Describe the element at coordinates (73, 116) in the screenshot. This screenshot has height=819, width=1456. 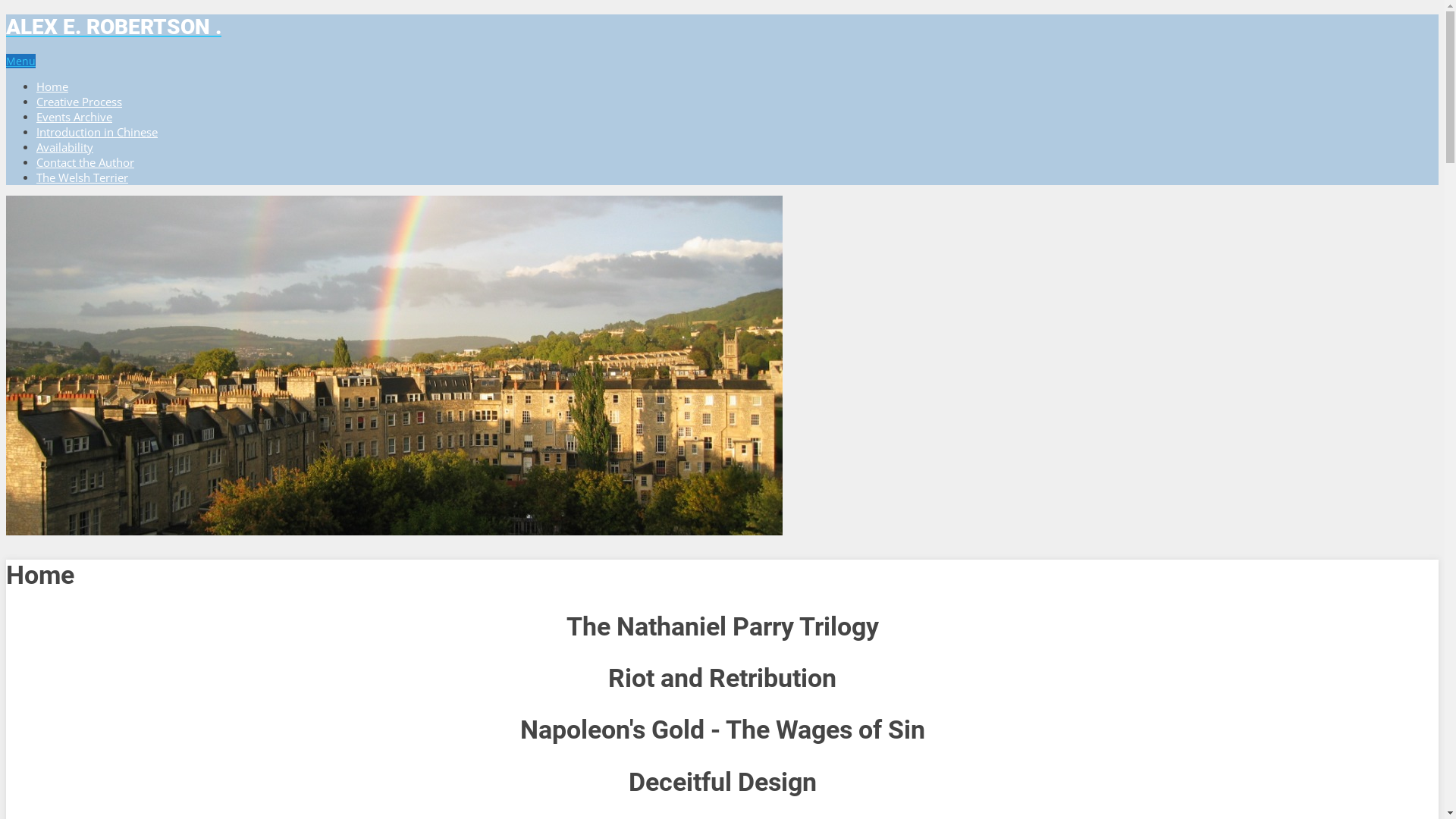
I see `'Events Archive'` at that location.